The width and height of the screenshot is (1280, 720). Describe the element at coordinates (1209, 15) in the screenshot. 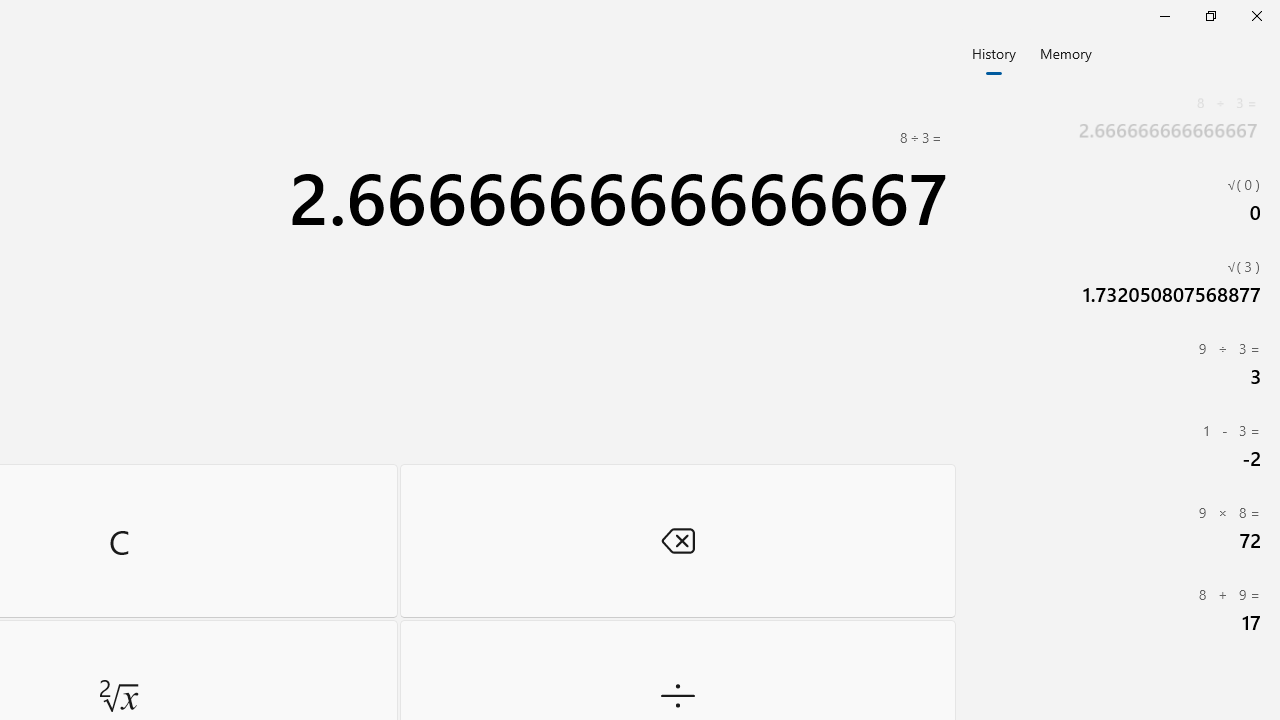

I see `'Restore Calculator'` at that location.